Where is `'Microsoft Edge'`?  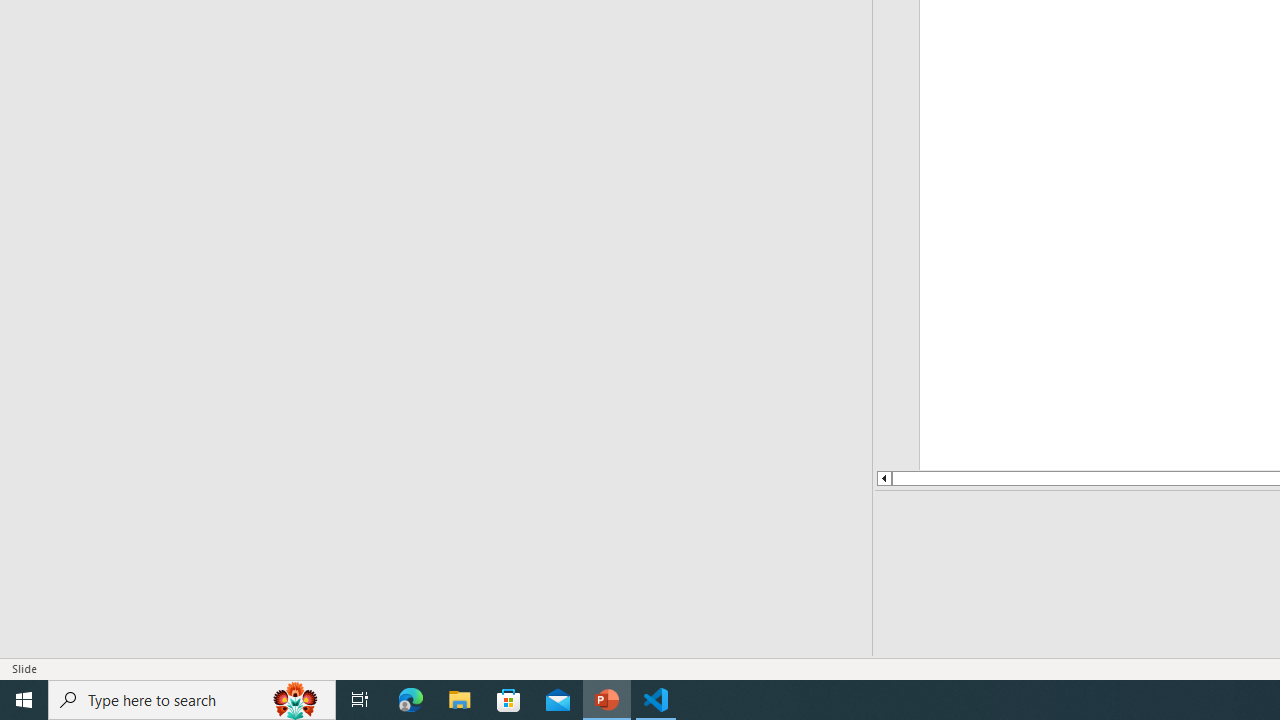
'Microsoft Edge' is located at coordinates (410, 698).